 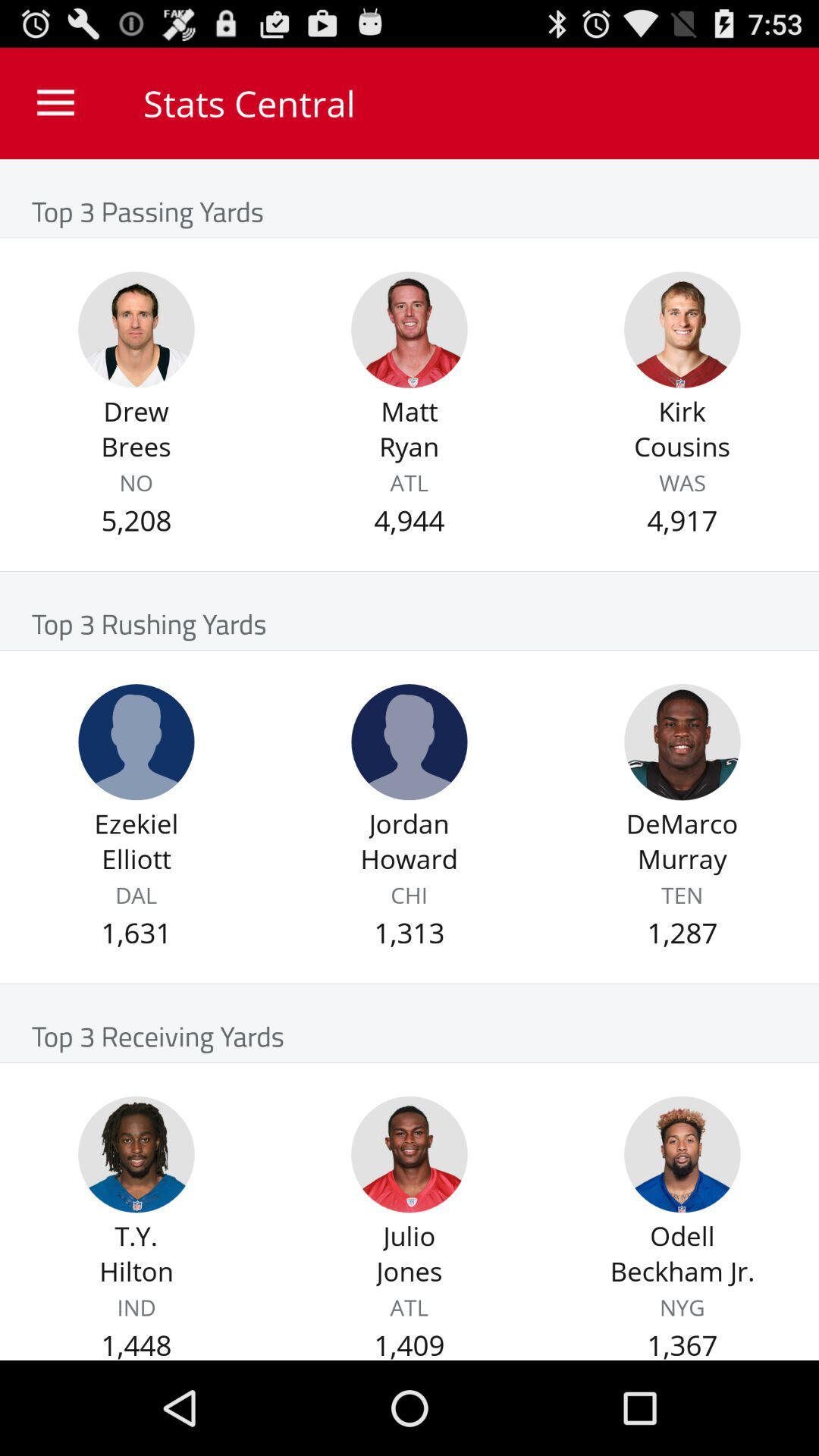 I want to click on open the selection, so click(x=409, y=742).